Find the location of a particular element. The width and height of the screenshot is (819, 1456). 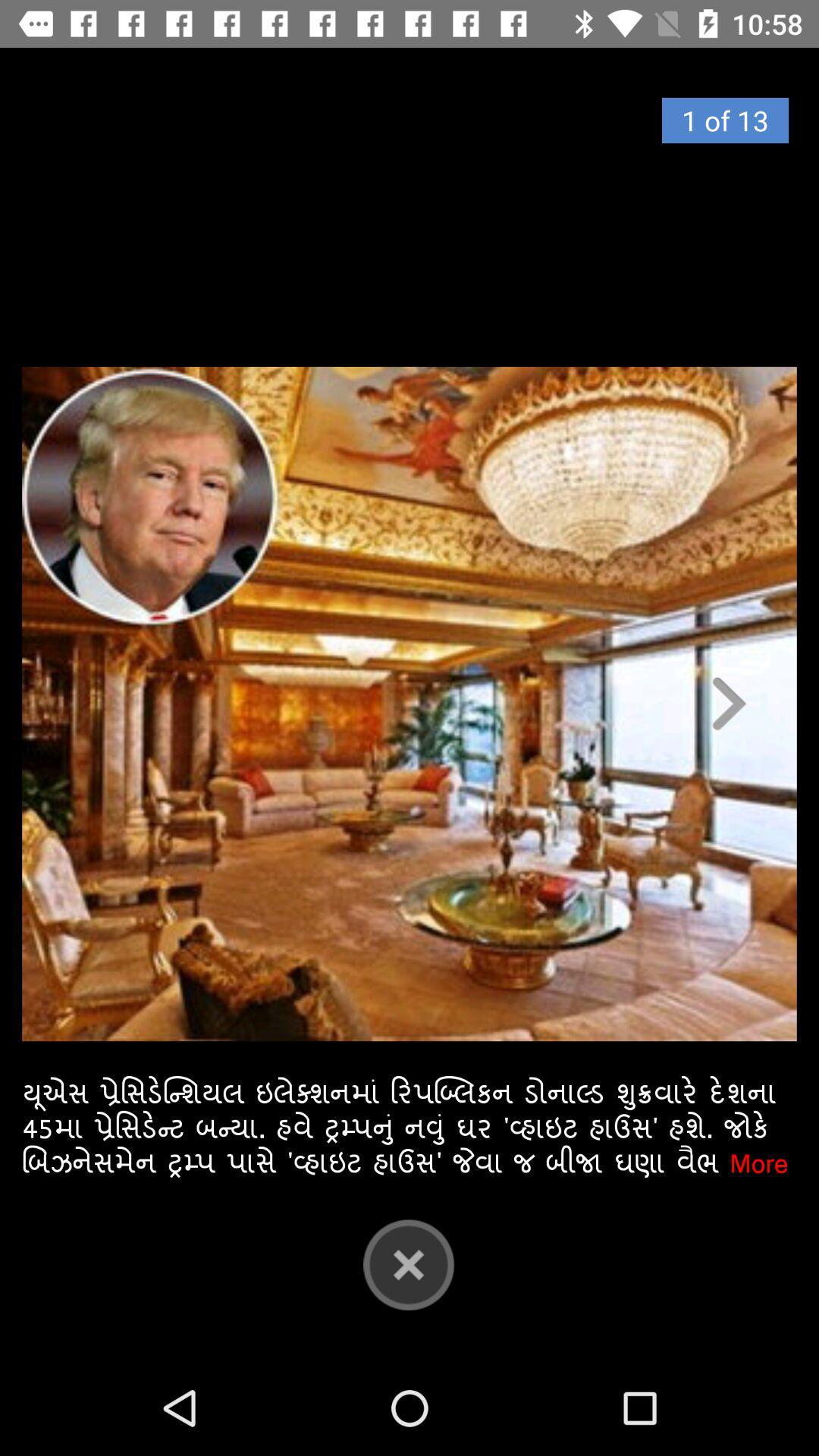

the close icon is located at coordinates (408, 1264).